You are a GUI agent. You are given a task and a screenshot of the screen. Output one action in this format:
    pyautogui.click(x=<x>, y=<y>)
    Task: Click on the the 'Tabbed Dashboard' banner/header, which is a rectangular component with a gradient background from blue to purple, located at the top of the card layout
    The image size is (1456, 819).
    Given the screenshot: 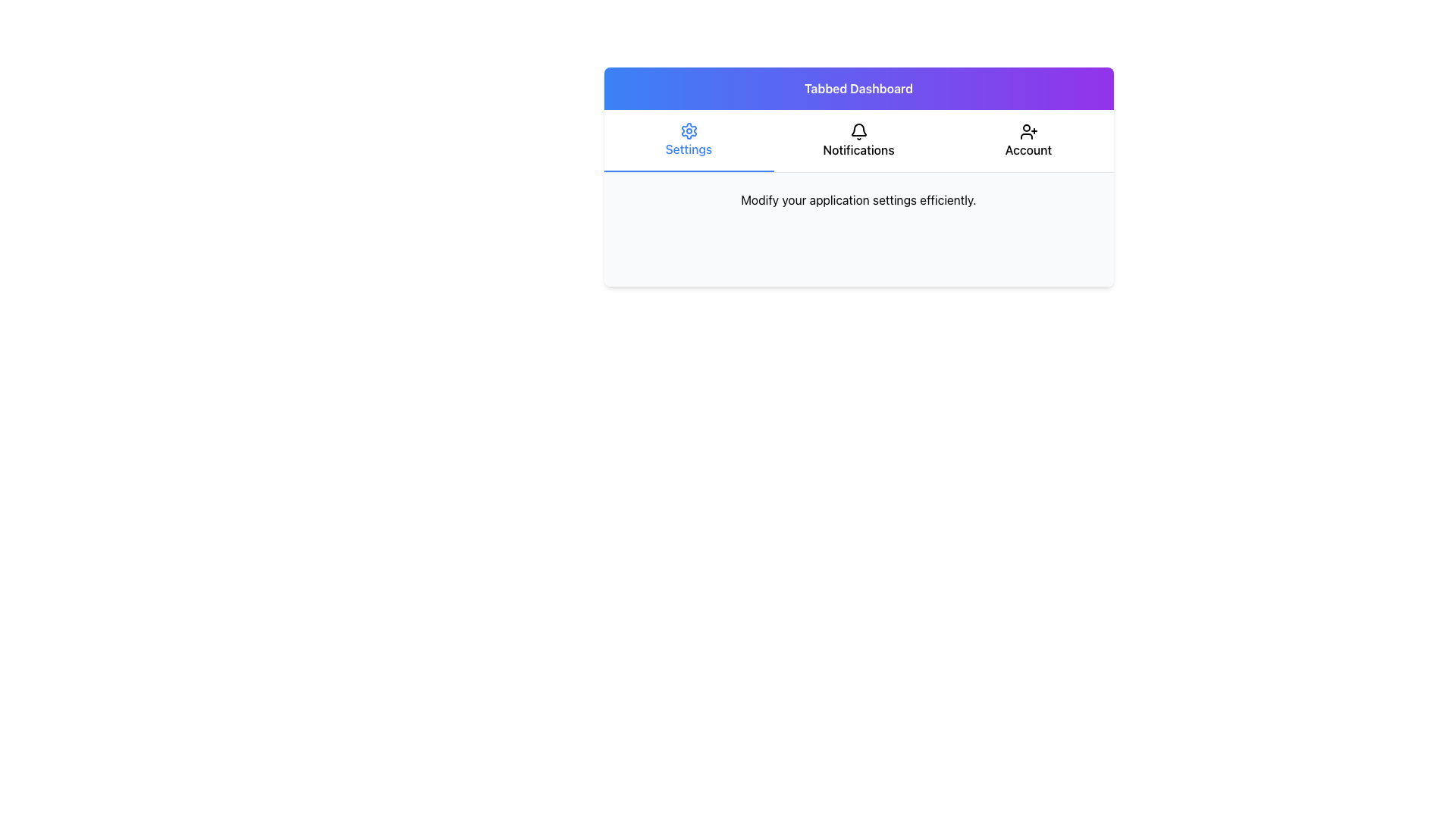 What is the action you would take?
    pyautogui.click(x=858, y=88)
    